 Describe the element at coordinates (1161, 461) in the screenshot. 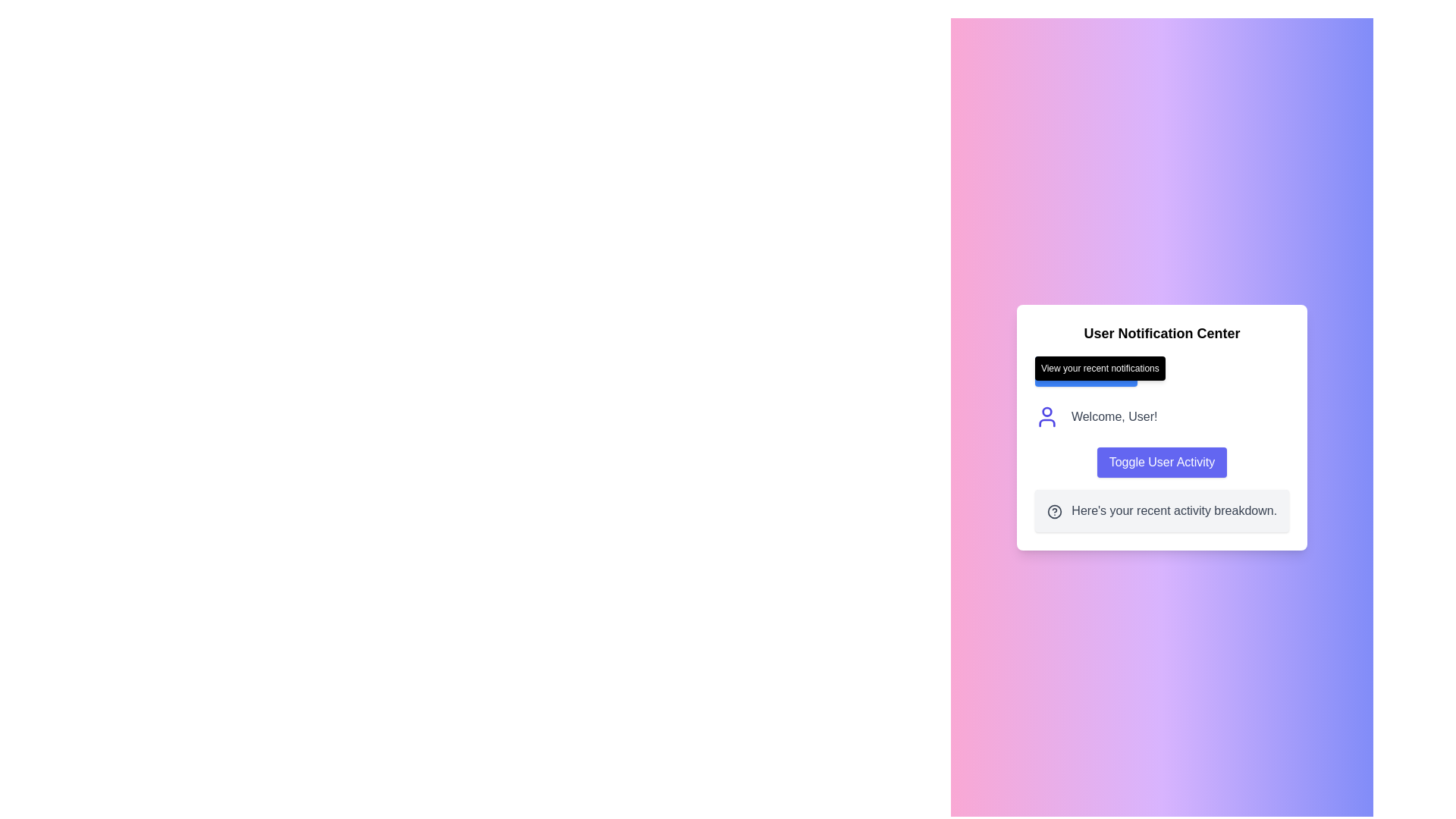

I see `the 'Toggle User Activity' button with a vibrant indigo background` at that location.